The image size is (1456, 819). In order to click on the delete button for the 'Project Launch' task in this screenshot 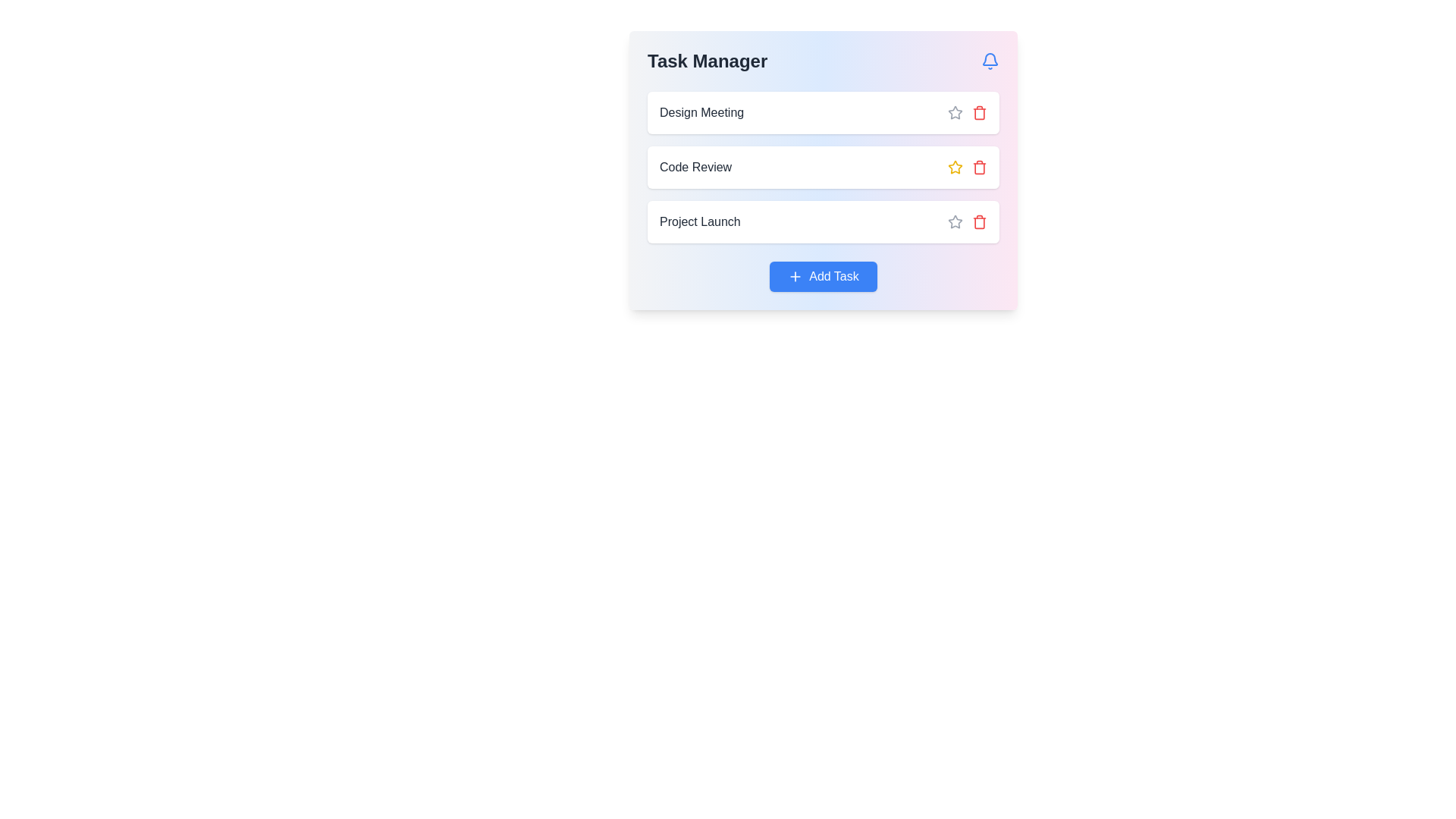, I will do `click(979, 222)`.